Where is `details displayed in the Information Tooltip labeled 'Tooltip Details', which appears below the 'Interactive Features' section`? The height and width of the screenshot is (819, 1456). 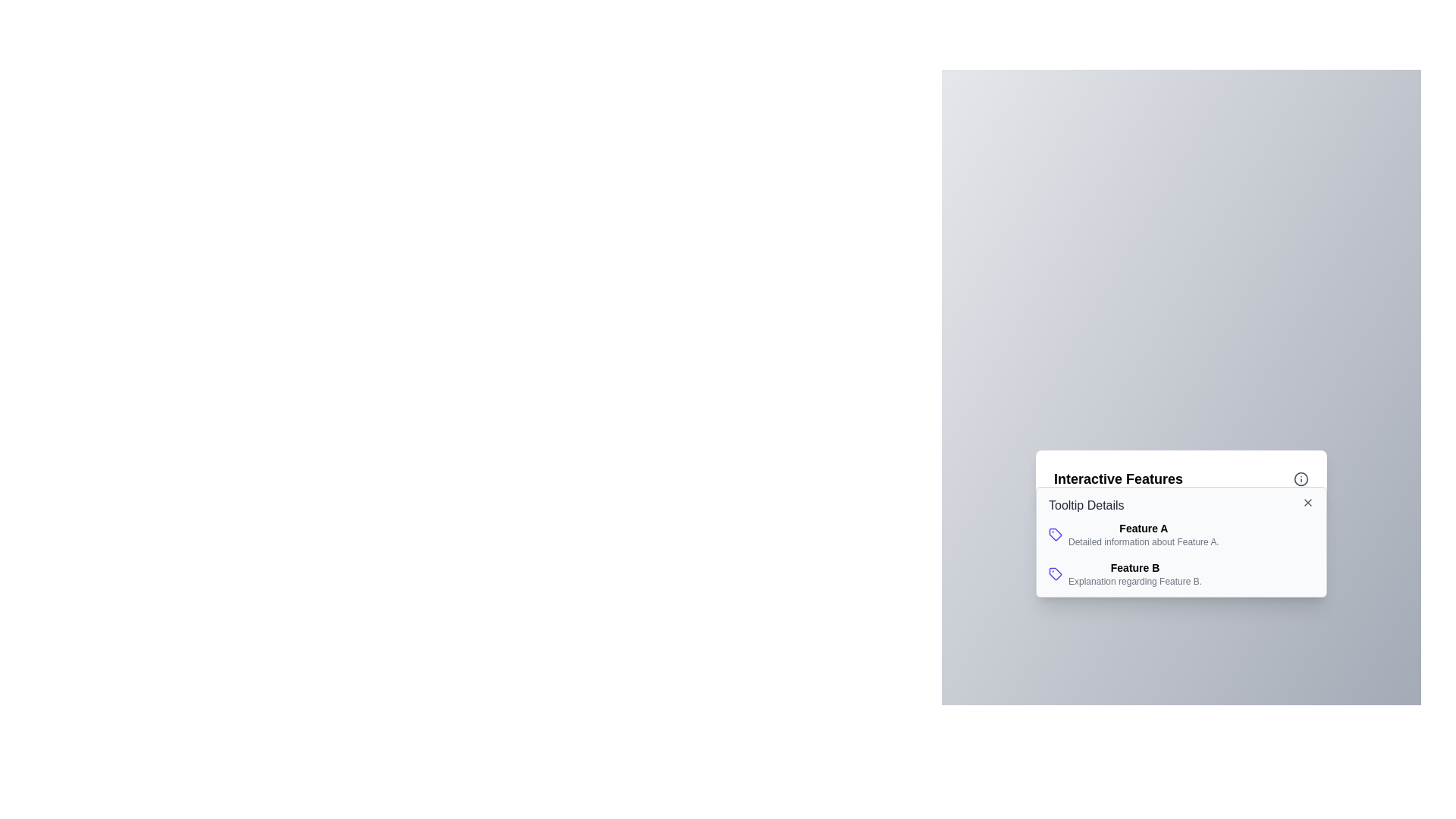
details displayed in the Information Tooltip labeled 'Tooltip Details', which appears below the 'Interactive Features' section is located at coordinates (1181, 541).